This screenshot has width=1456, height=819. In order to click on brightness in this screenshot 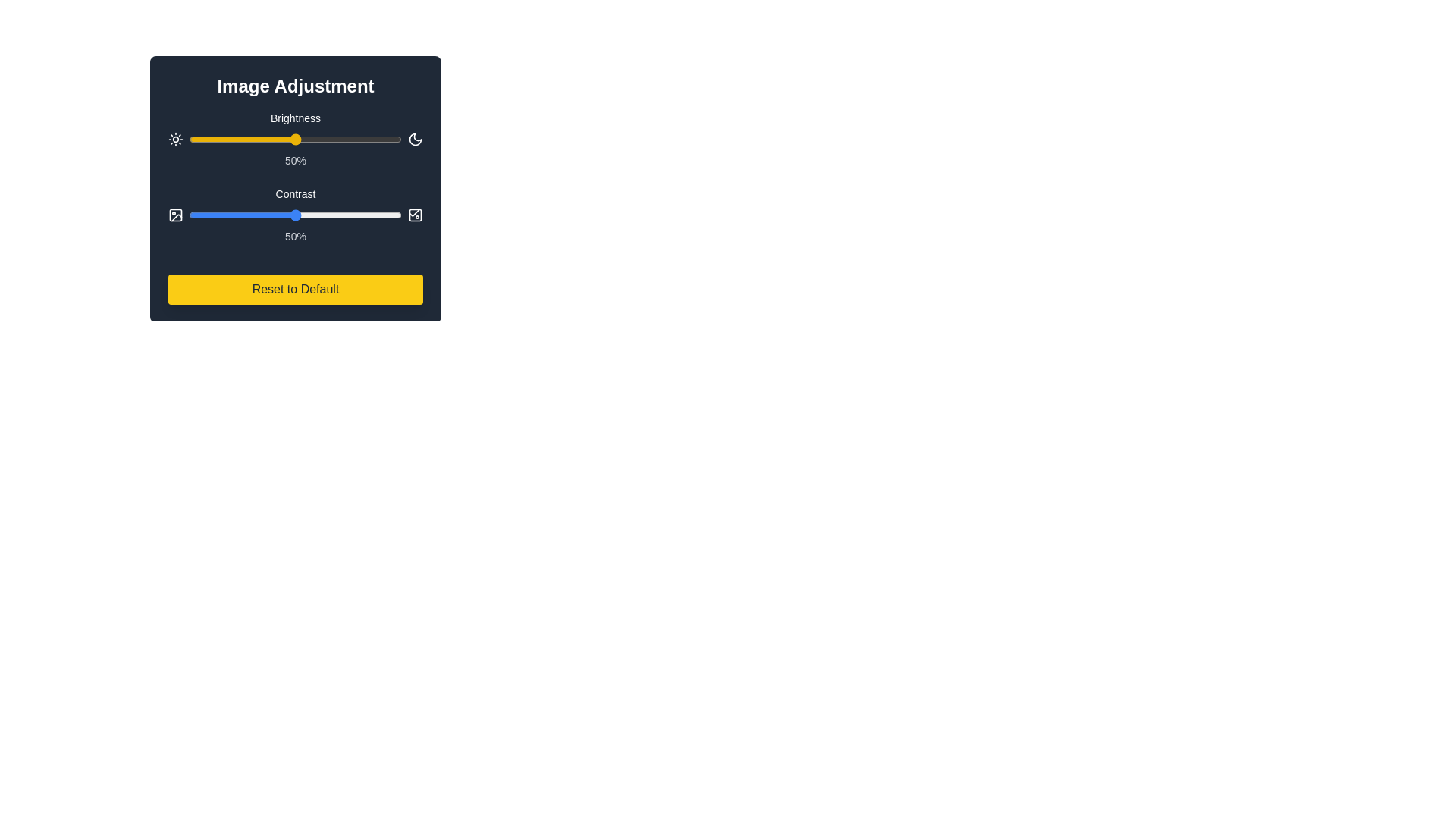, I will do `click(259, 140)`.